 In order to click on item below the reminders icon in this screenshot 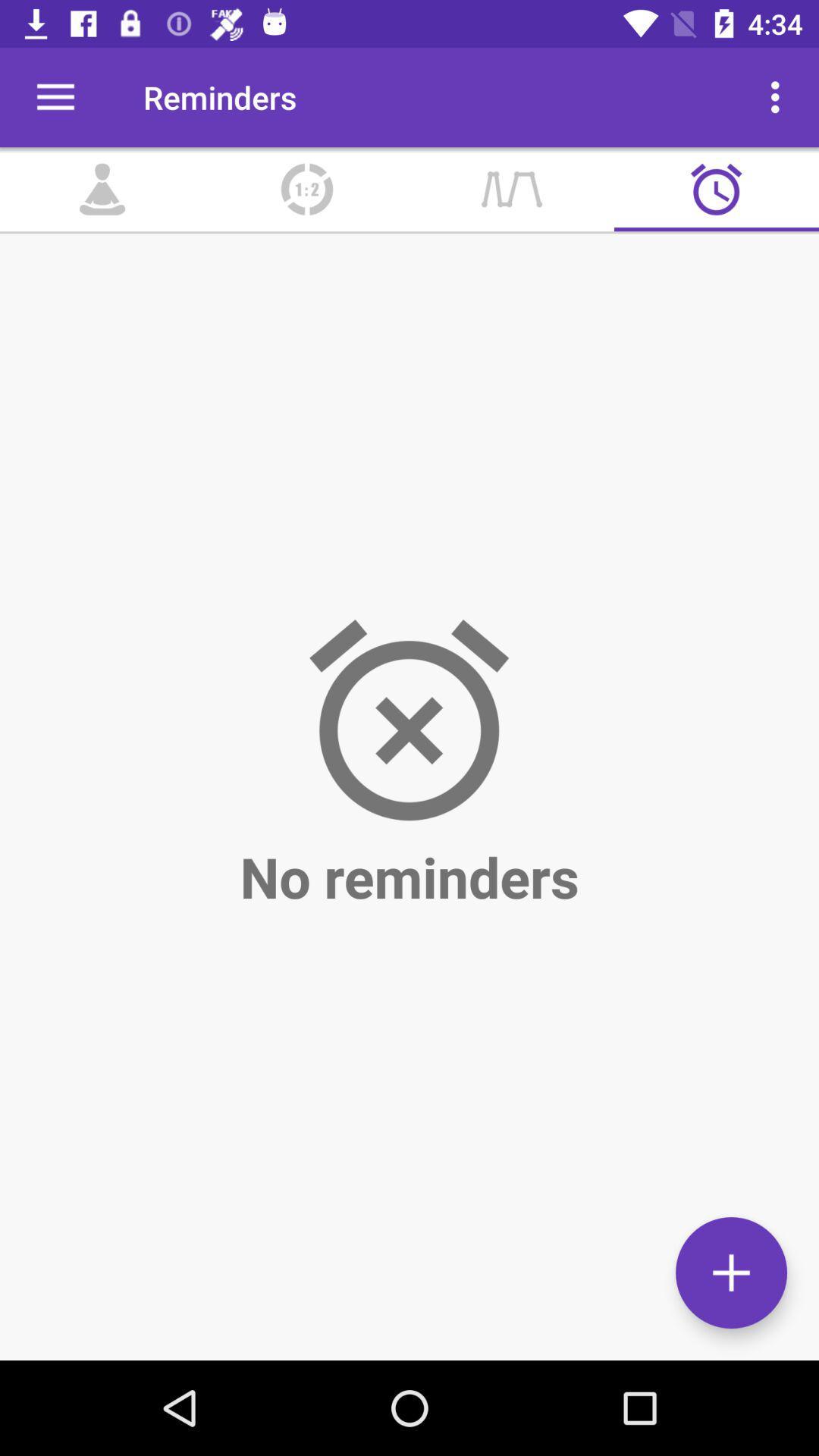, I will do `click(307, 188)`.